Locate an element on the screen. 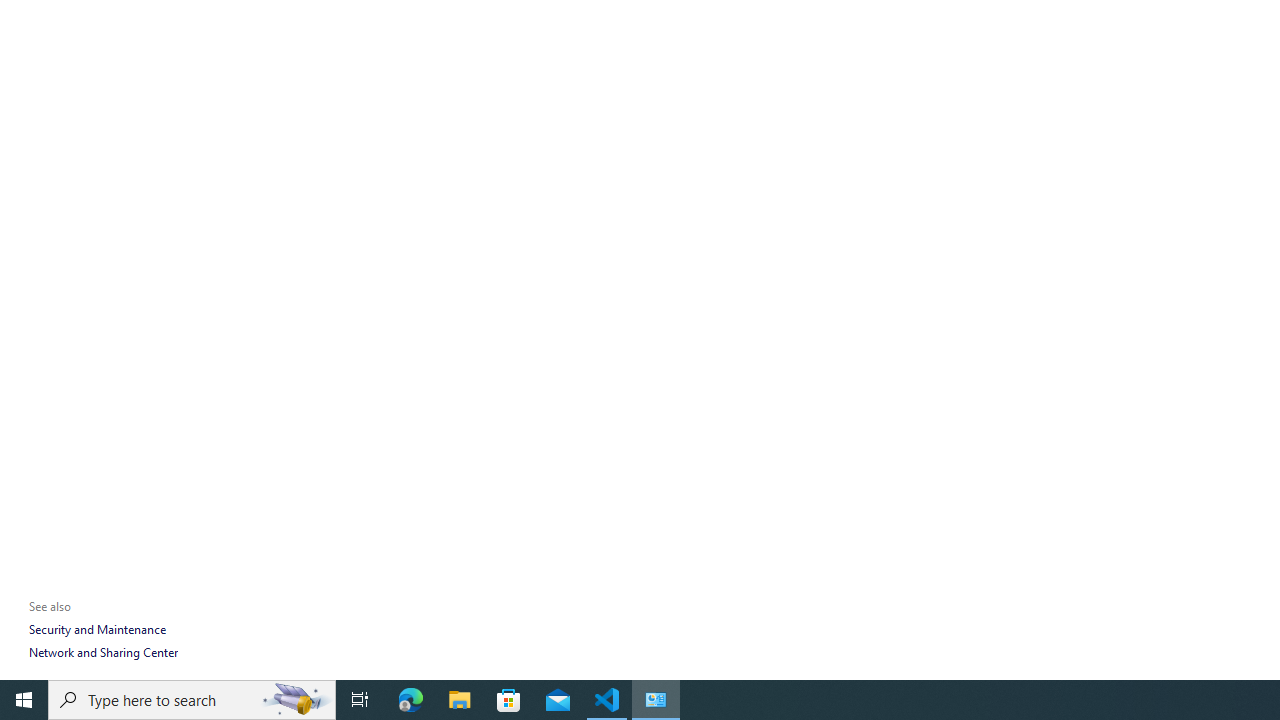 This screenshot has height=720, width=1280. 'Type here to search' is located at coordinates (192, 698).